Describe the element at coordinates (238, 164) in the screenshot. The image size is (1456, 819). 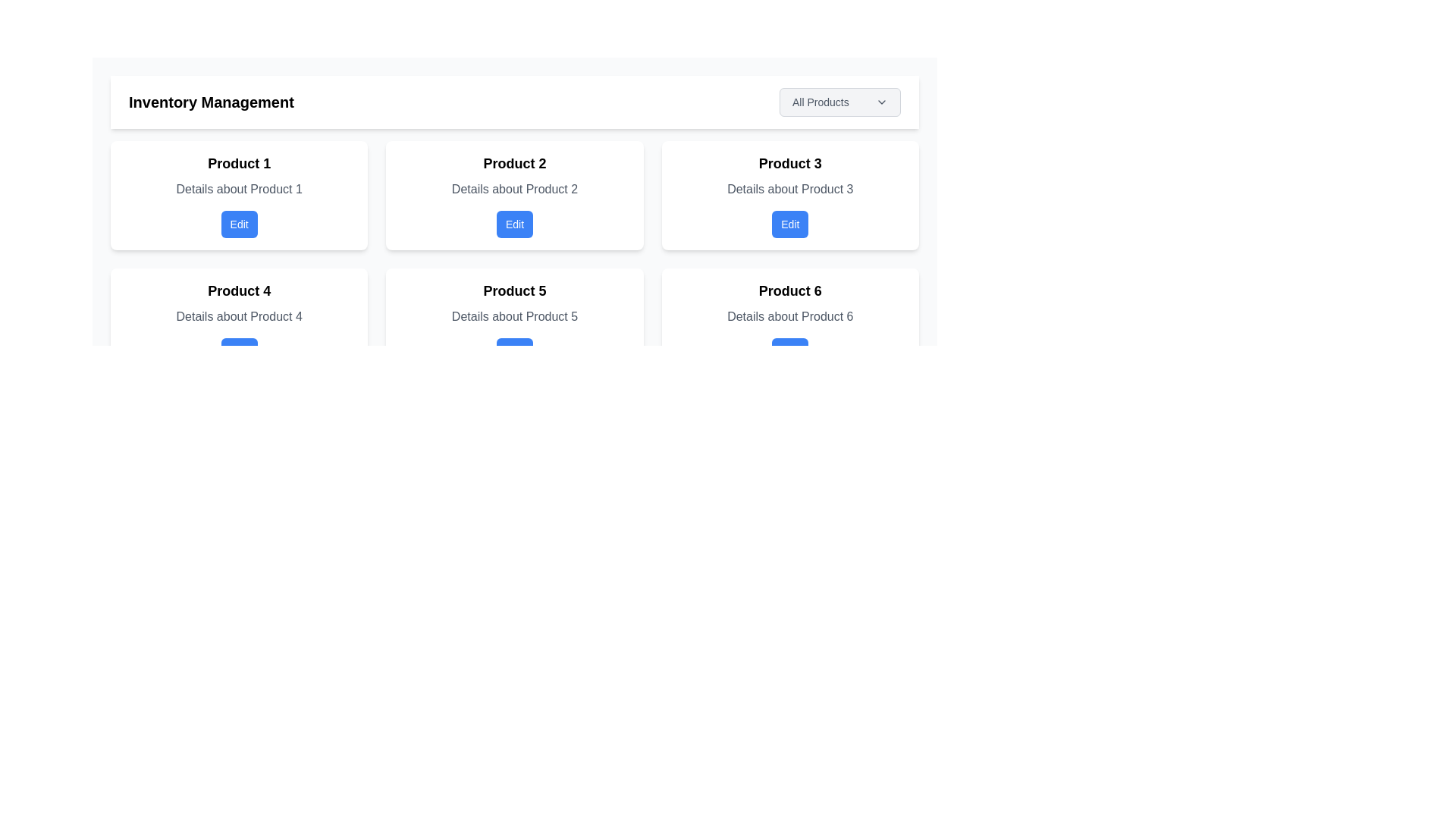
I see `the title text element of the first product card in the grid layout for accessibility tools` at that location.